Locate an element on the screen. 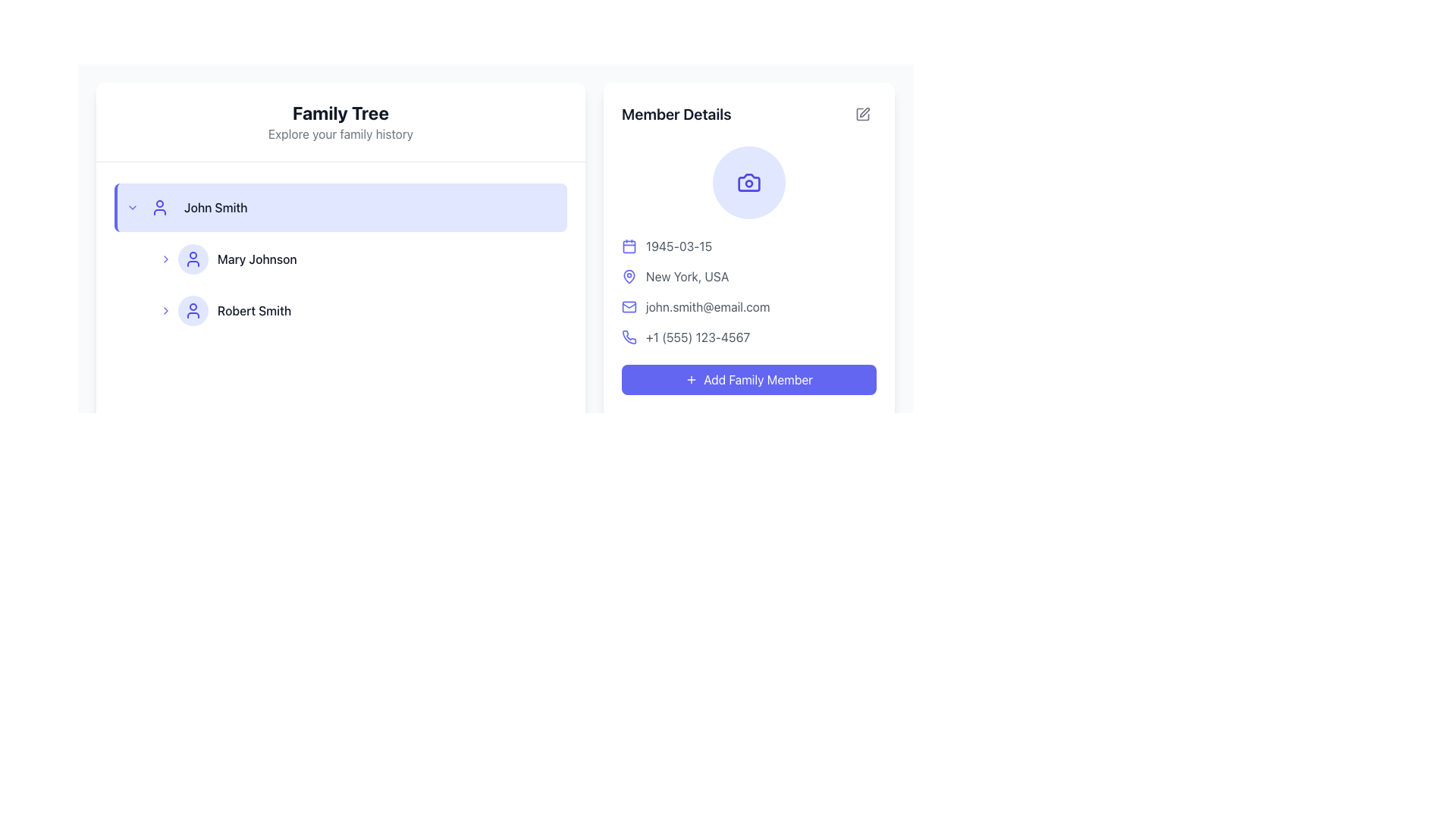 This screenshot has width=1456, height=819. the second list item representing 'Robert Smith' is located at coordinates (346, 309).